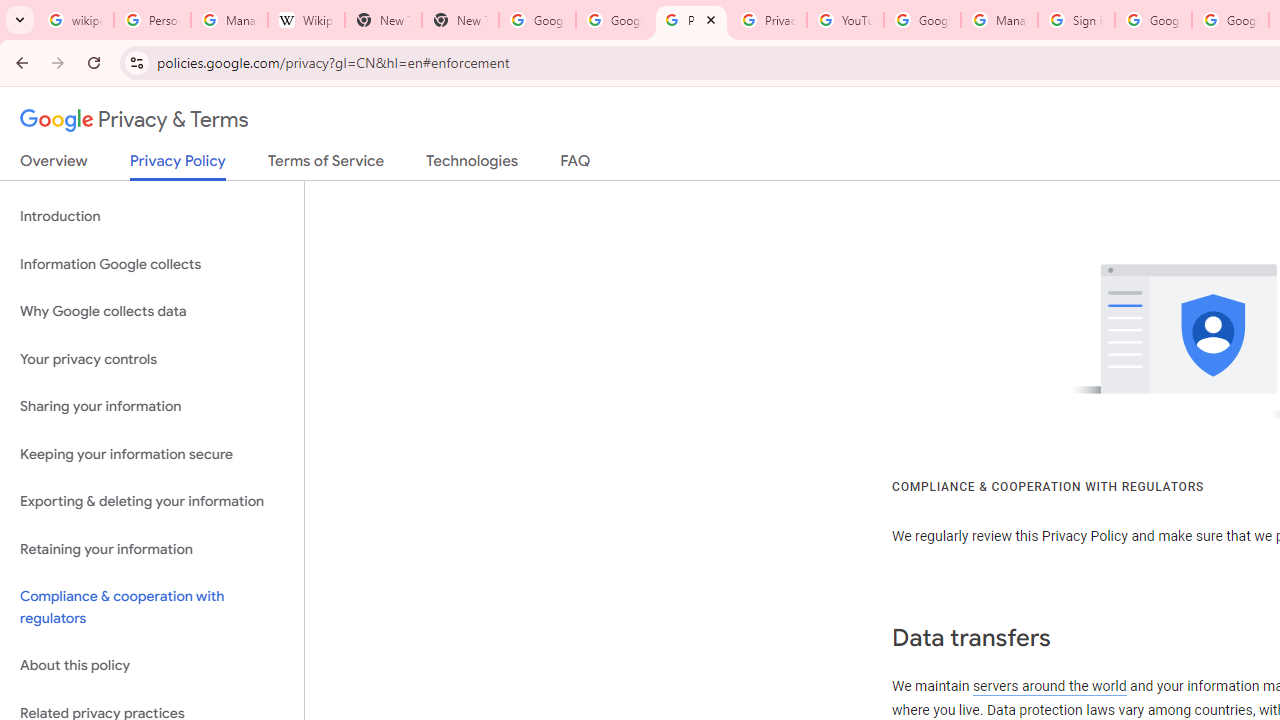 The height and width of the screenshot is (720, 1280). Describe the element at coordinates (151, 454) in the screenshot. I see `'Keeping your information secure'` at that location.